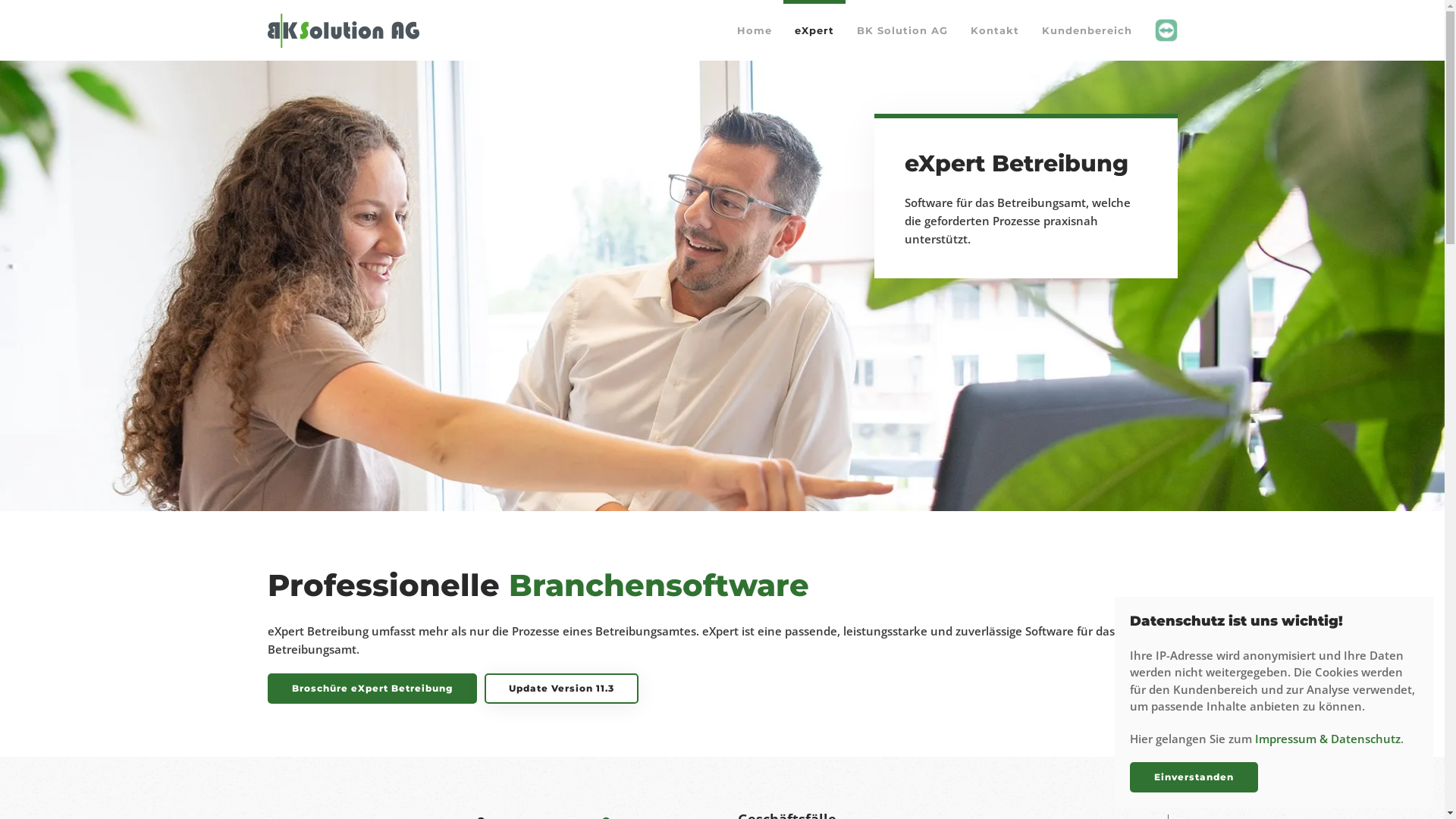 Image resolution: width=1456 pixels, height=819 pixels. Describe the element at coordinates (843, 30) in the screenshot. I see `'BK Solution AG'` at that location.